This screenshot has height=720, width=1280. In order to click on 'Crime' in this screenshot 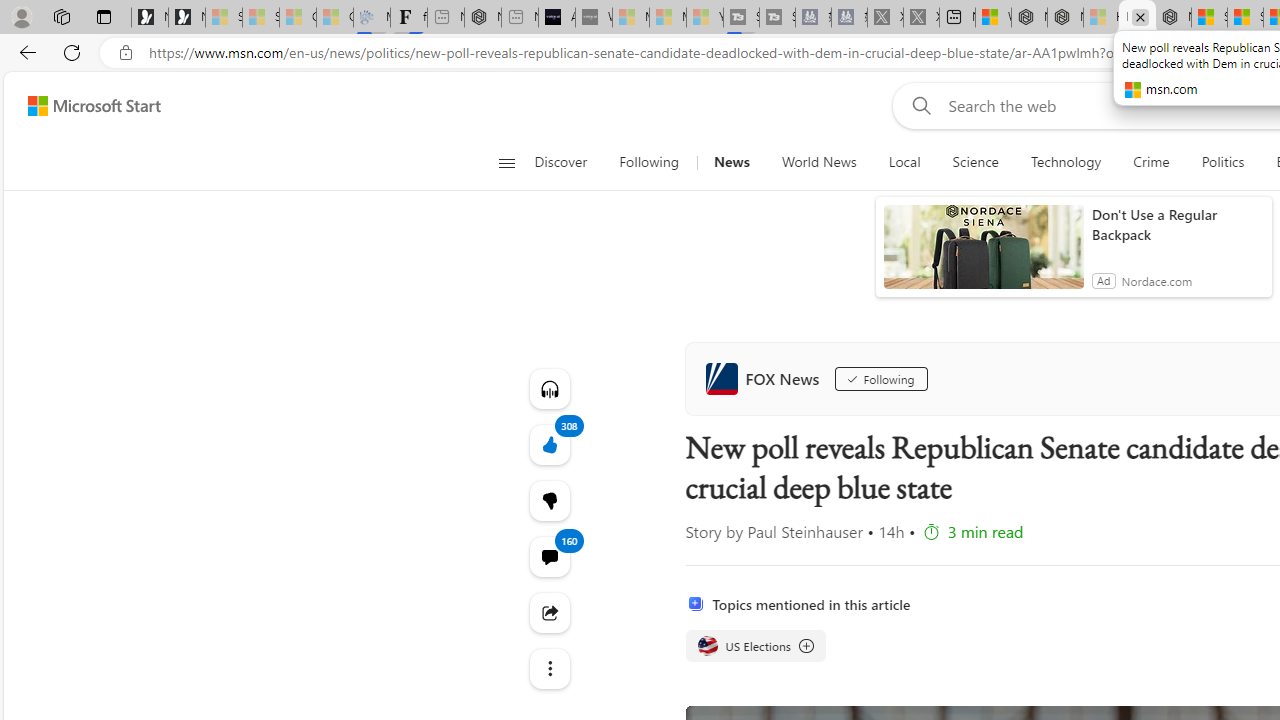, I will do `click(1151, 162)`.